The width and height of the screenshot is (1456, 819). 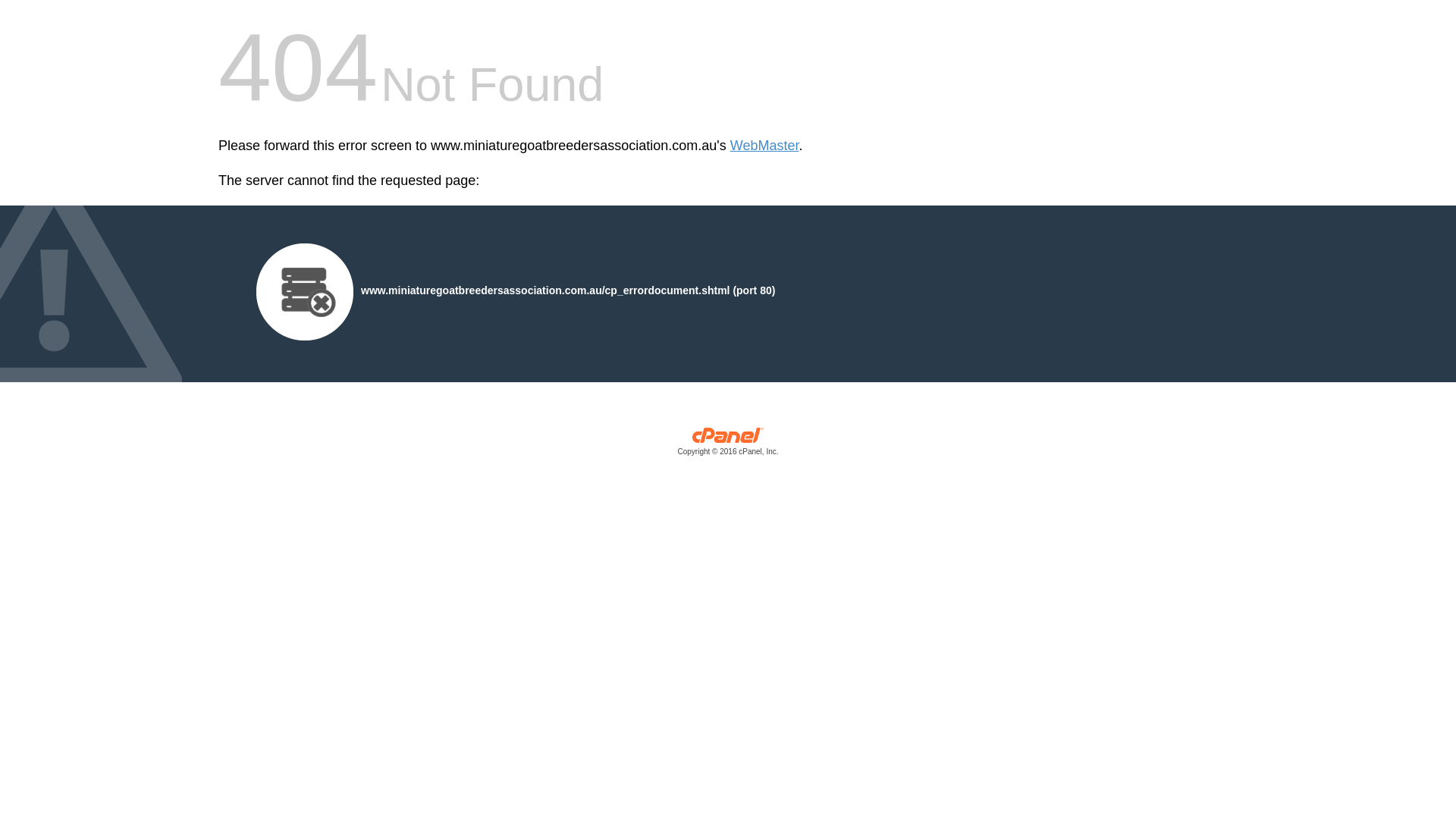 I want to click on 'WebMaster', so click(x=730, y=146).